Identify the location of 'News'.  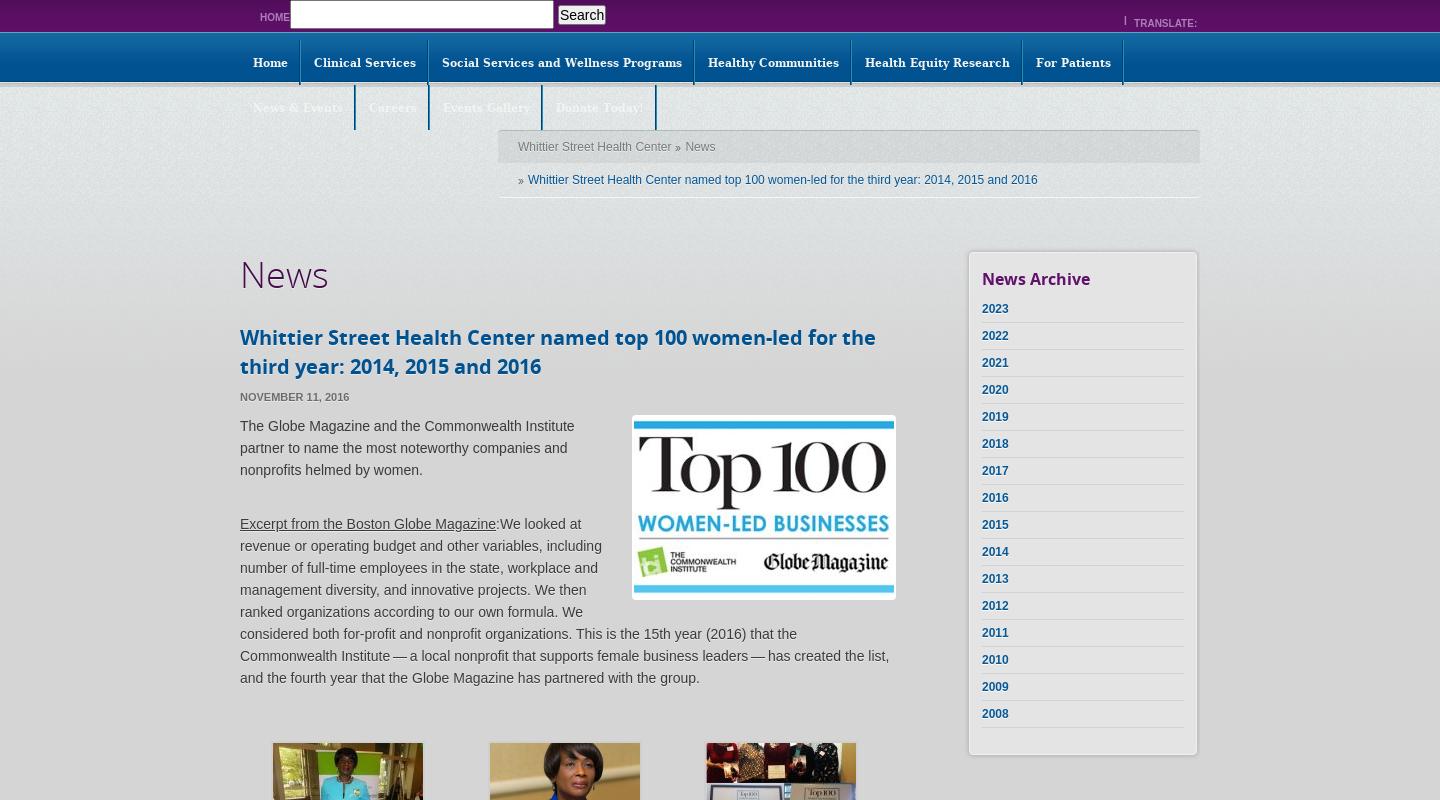
(283, 274).